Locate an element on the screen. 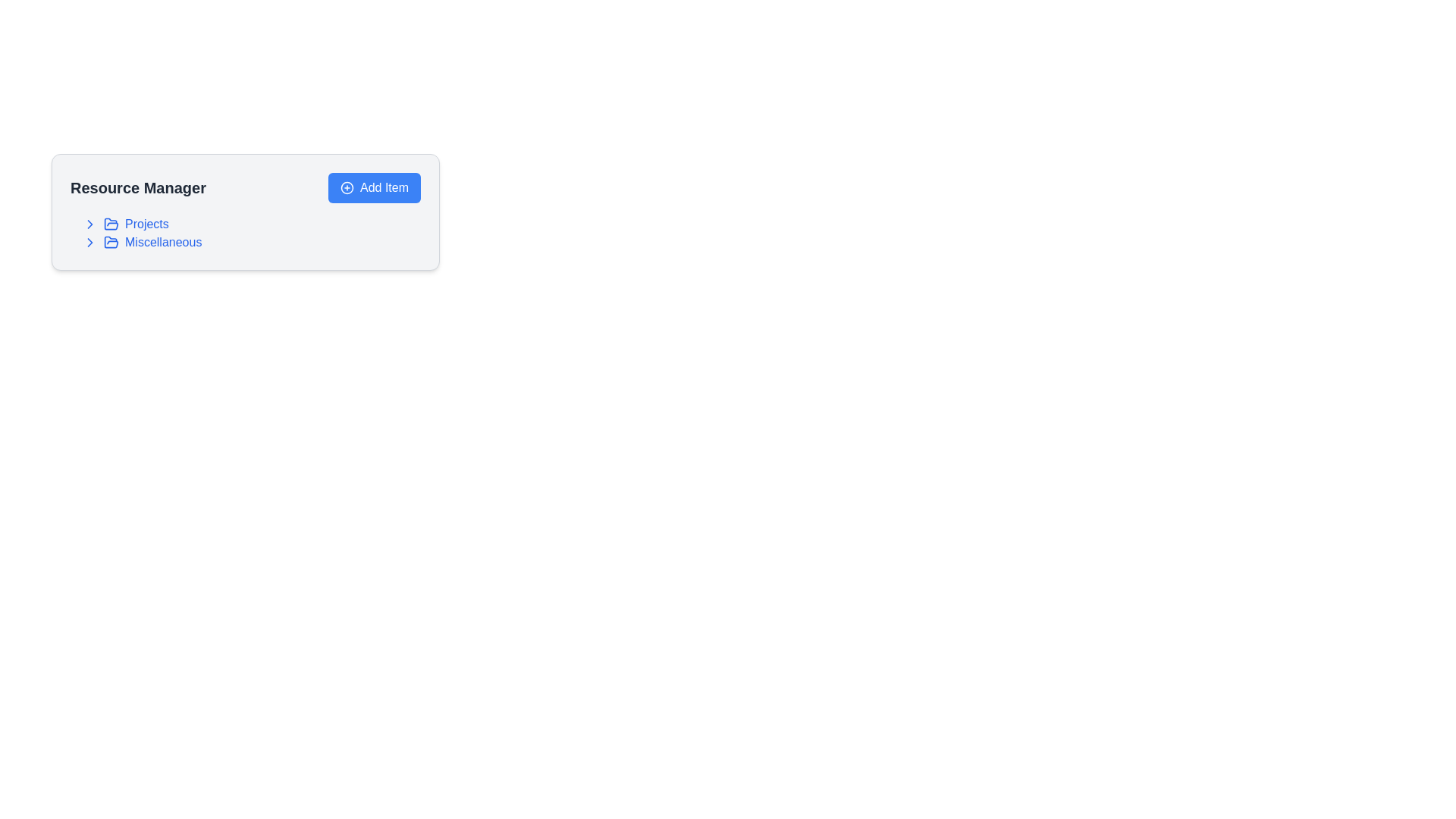  the open folder icon with a blue outline located to the left of the 'Projects' text label is located at coordinates (111, 224).